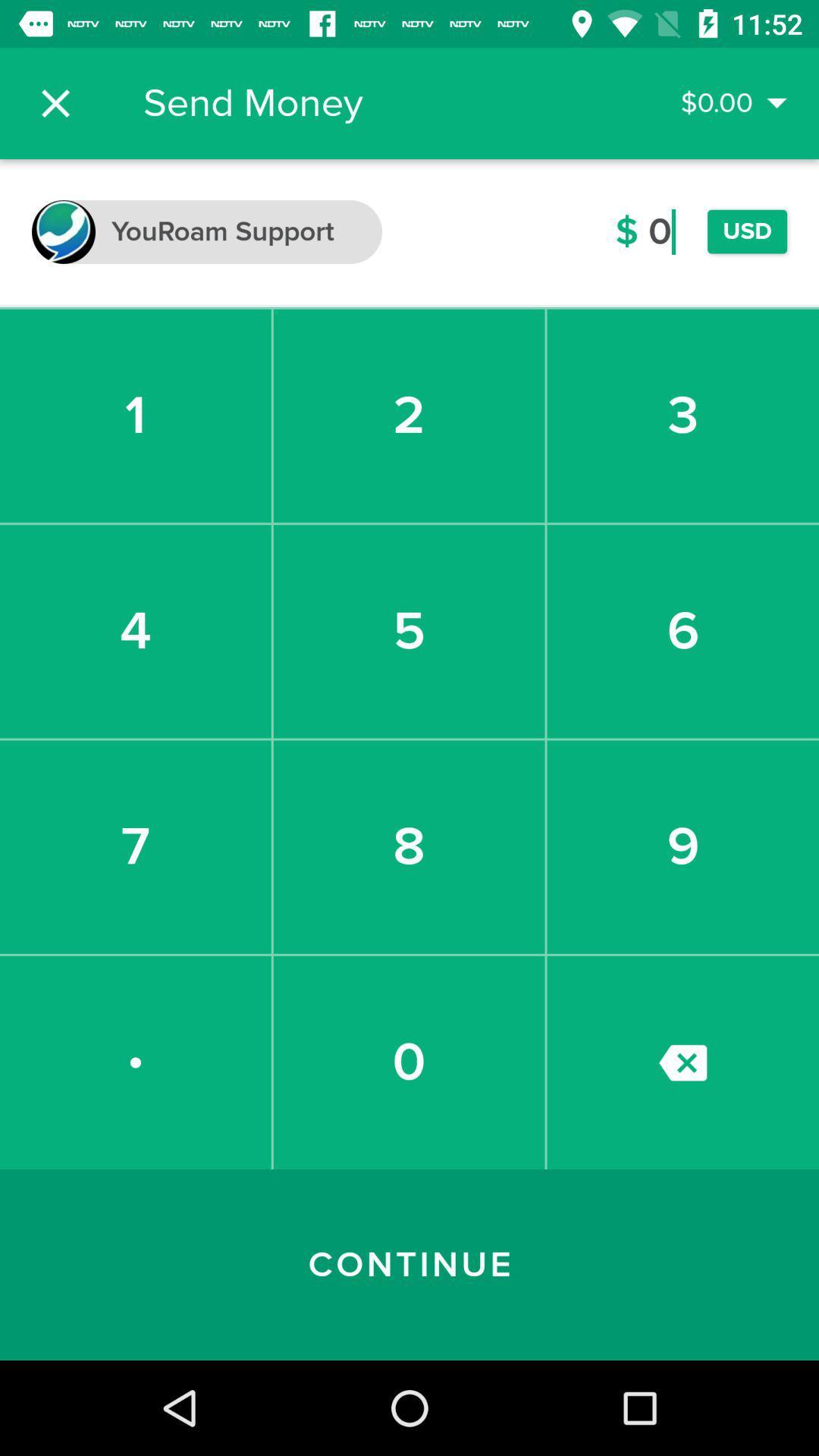 Image resolution: width=819 pixels, height=1456 pixels. I want to click on icon next to send money, so click(55, 102).